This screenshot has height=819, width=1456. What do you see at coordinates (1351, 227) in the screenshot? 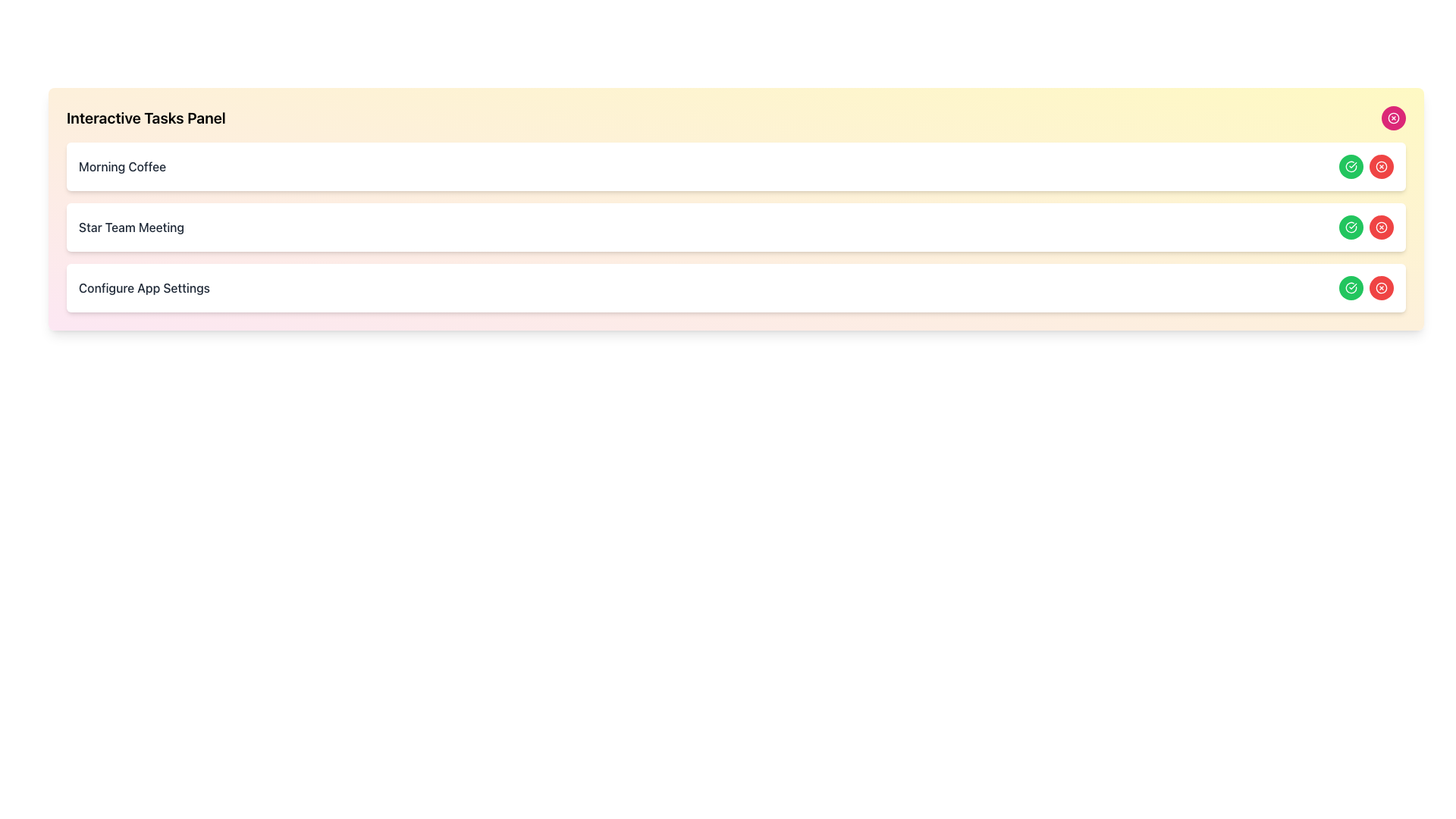
I see `the green circular button with a white checkmark located on the far right side of the item's action panel` at bounding box center [1351, 227].